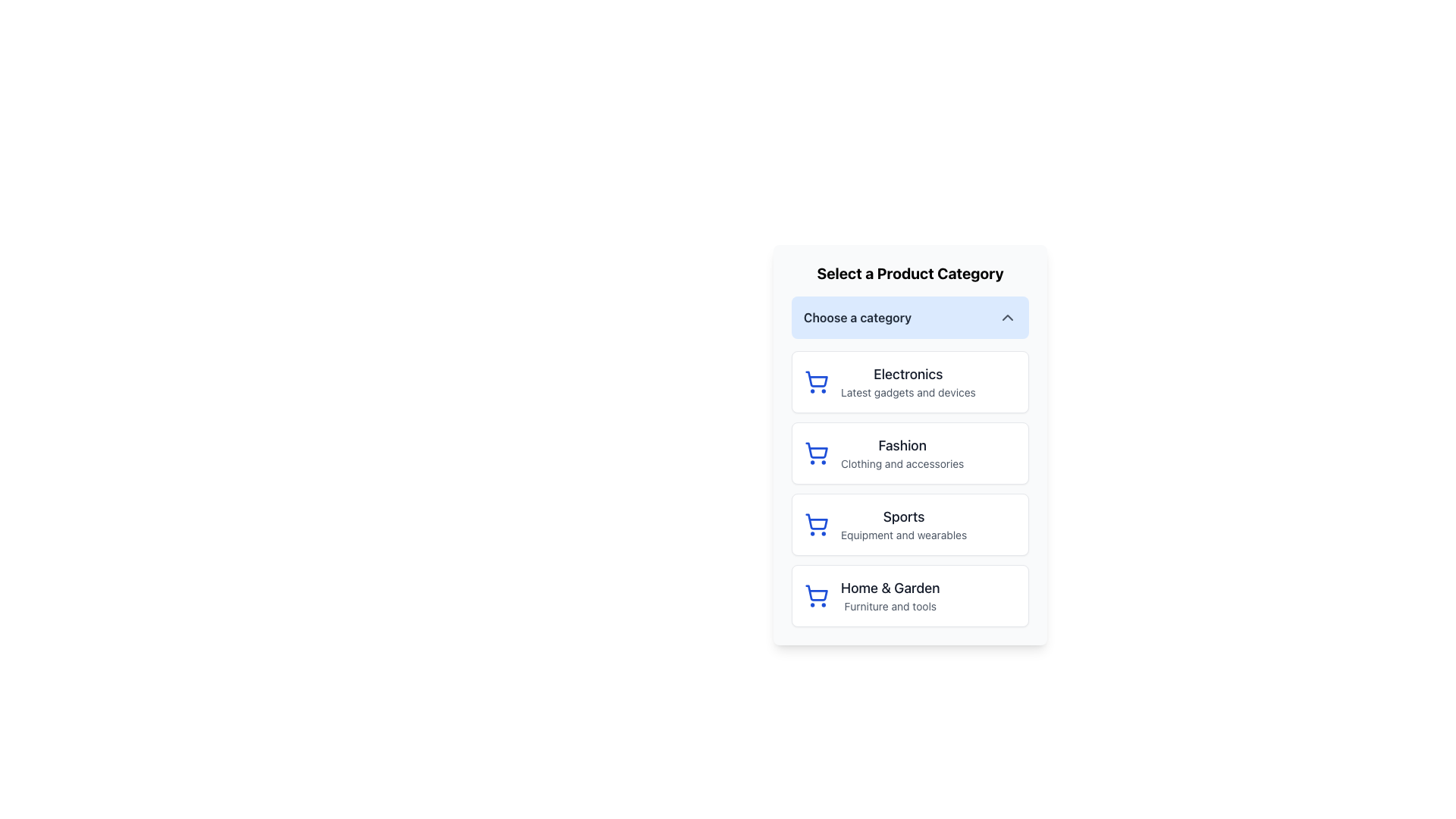 The height and width of the screenshot is (819, 1456). What do you see at coordinates (910, 452) in the screenshot?
I see `the 'Fashion' category button, located below the 'Electronics' category and above the 'Sports' category in the vertical list of categories` at bounding box center [910, 452].